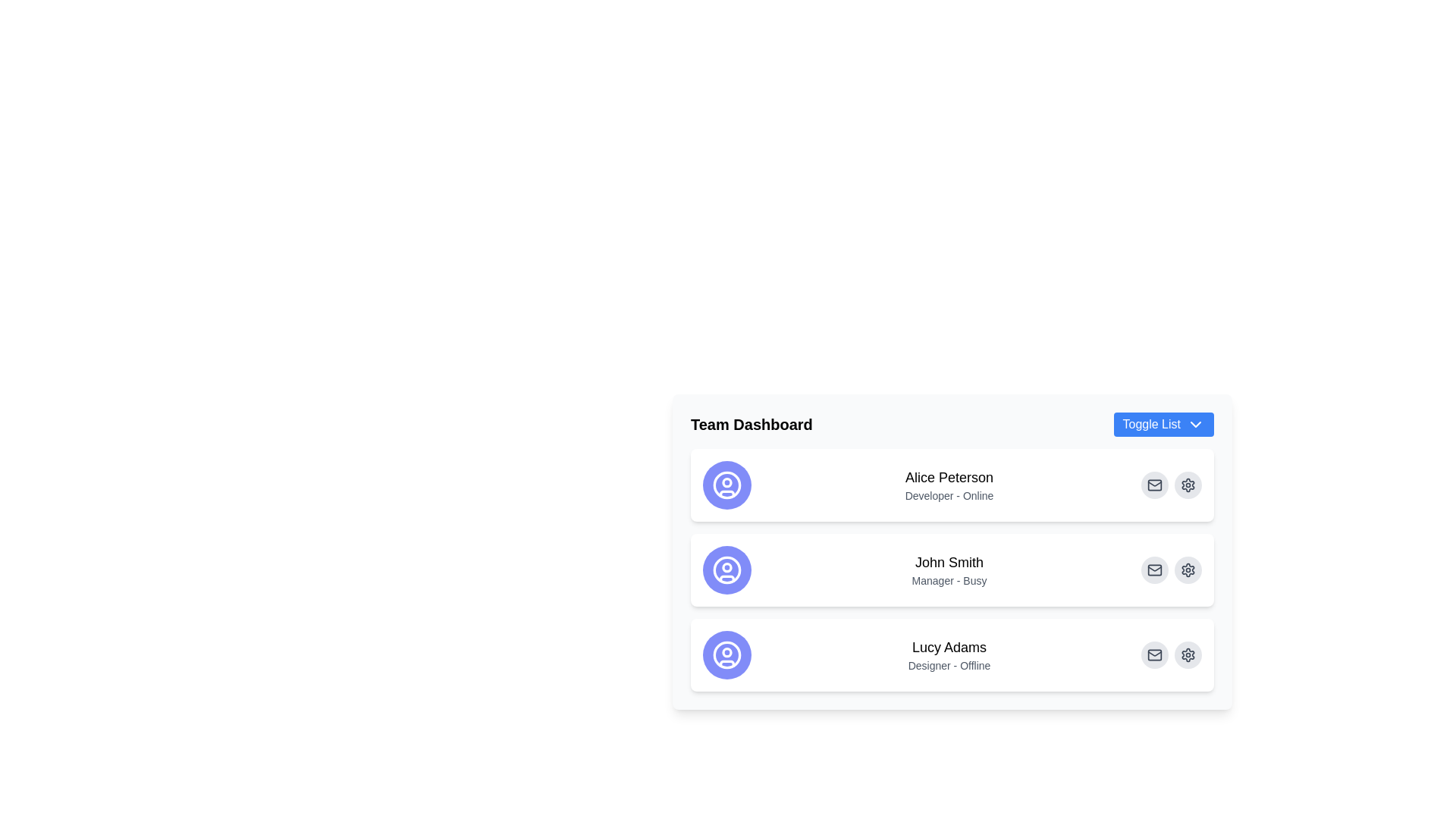 This screenshot has height=819, width=1456. What do you see at coordinates (949, 665) in the screenshot?
I see `the text label that reads 'Designer - Offline', which is styled in a smaller gray font and positioned directly below 'Lucy Adams'` at bounding box center [949, 665].